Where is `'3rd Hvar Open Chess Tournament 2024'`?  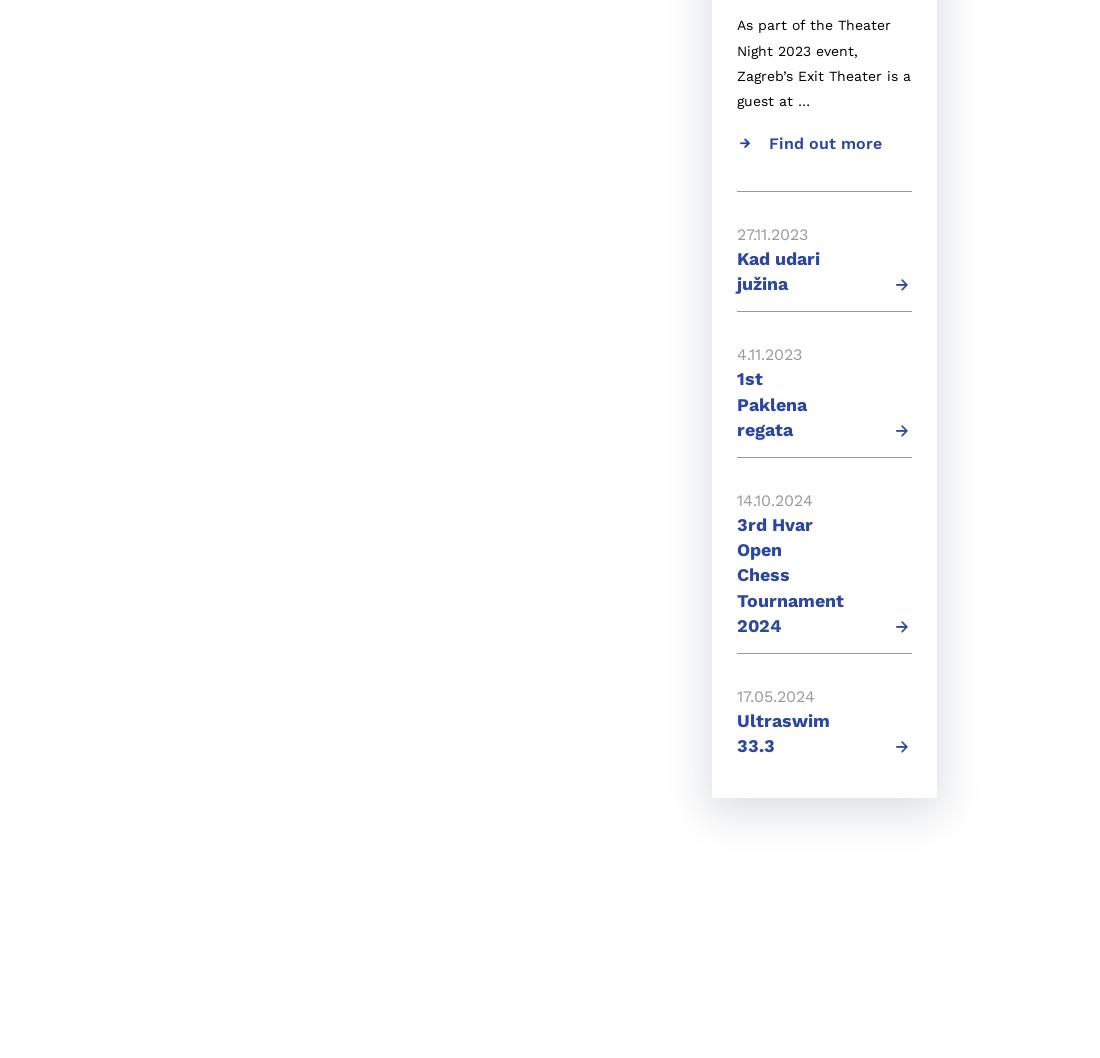
'3rd Hvar Open Chess Tournament 2024' is located at coordinates (790, 573).